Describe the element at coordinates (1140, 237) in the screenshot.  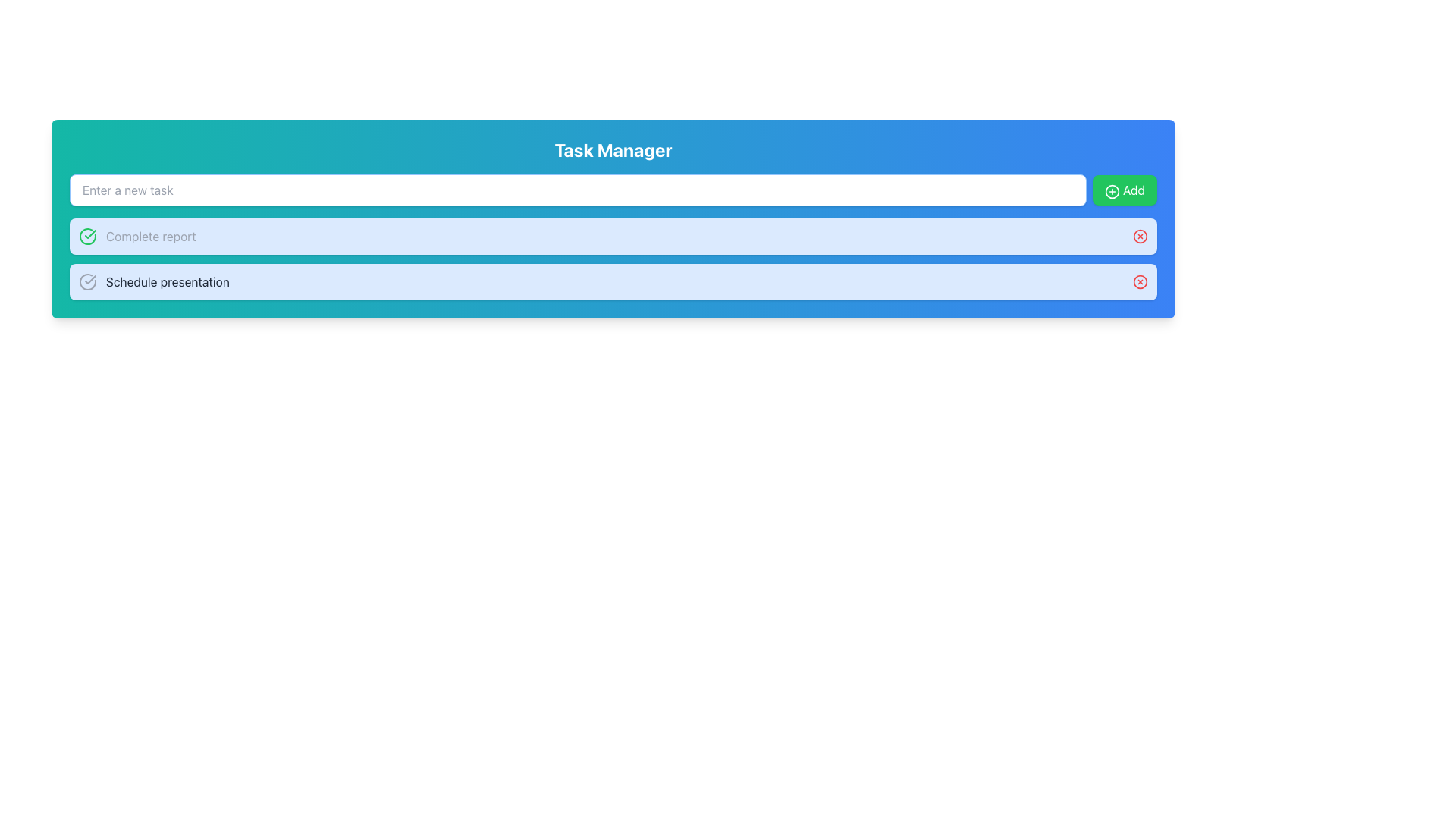
I see `the Circle element in the SVG group indicating an action next to the text 'Complete report' in the task list` at that location.